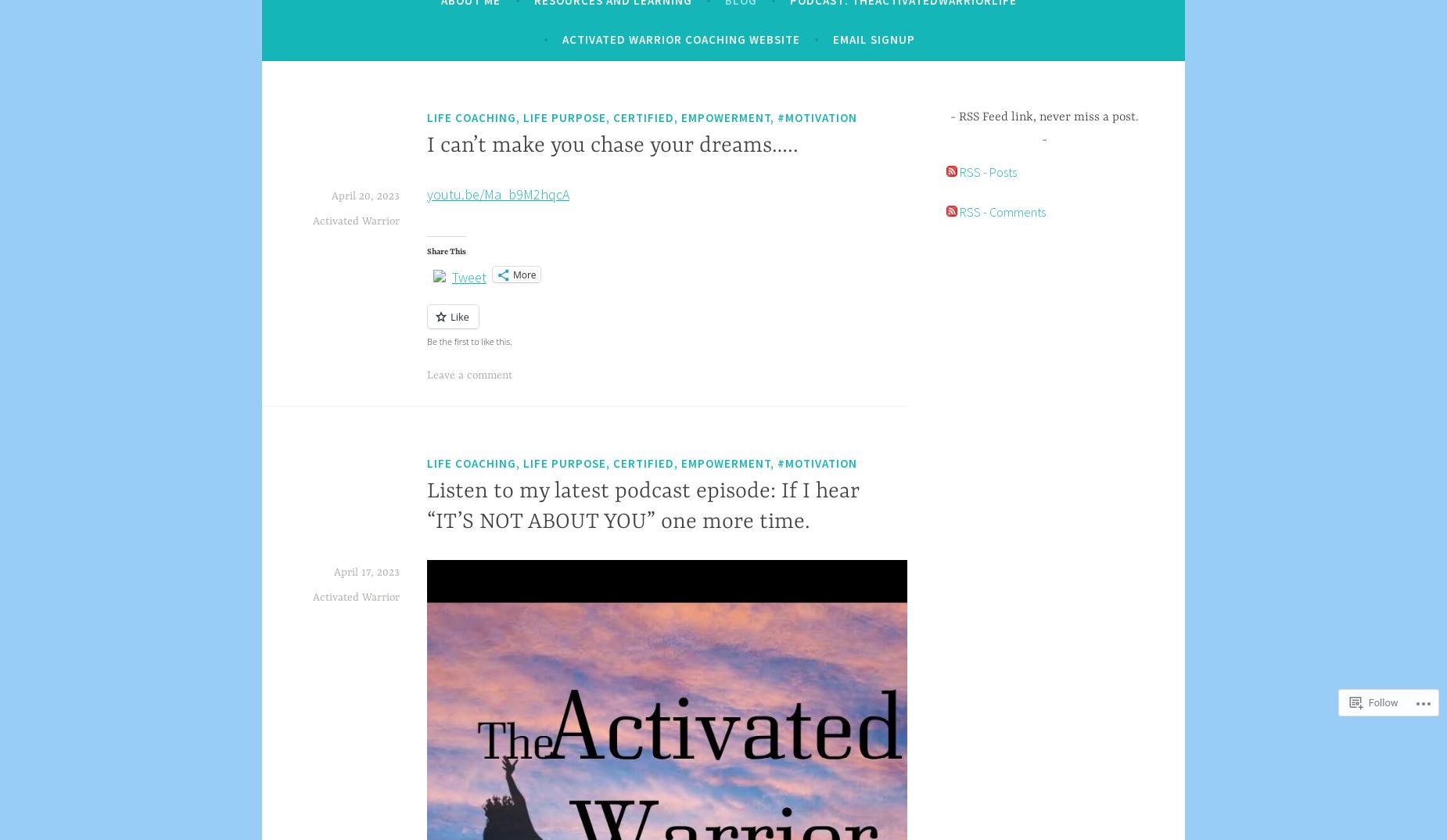 Image resolution: width=1447 pixels, height=840 pixels. I want to click on 'EMAIL SIGNUP', so click(831, 38).